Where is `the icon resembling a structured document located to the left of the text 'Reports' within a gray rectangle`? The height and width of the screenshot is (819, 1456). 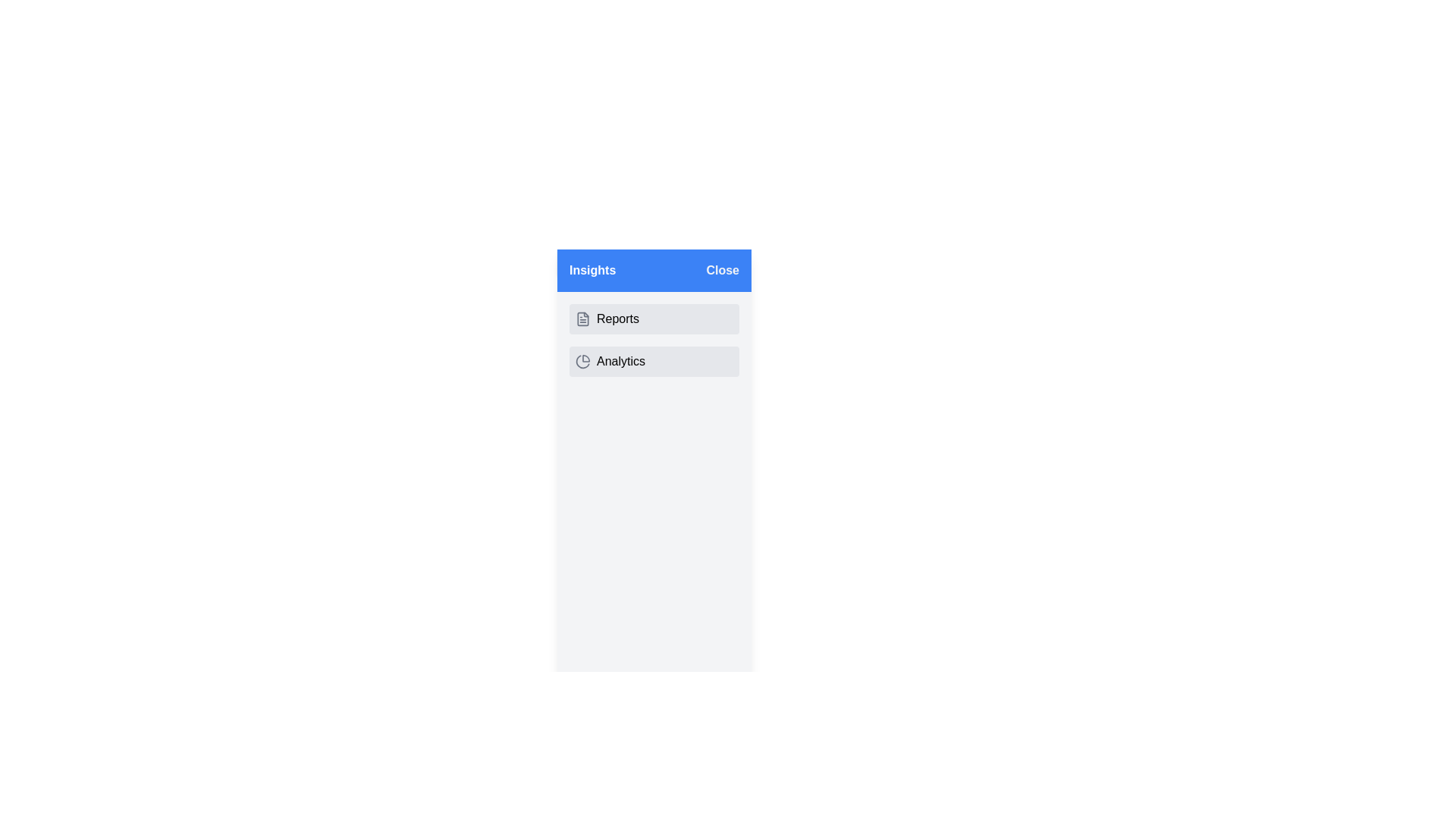 the icon resembling a structured document located to the left of the text 'Reports' within a gray rectangle is located at coordinates (582, 318).